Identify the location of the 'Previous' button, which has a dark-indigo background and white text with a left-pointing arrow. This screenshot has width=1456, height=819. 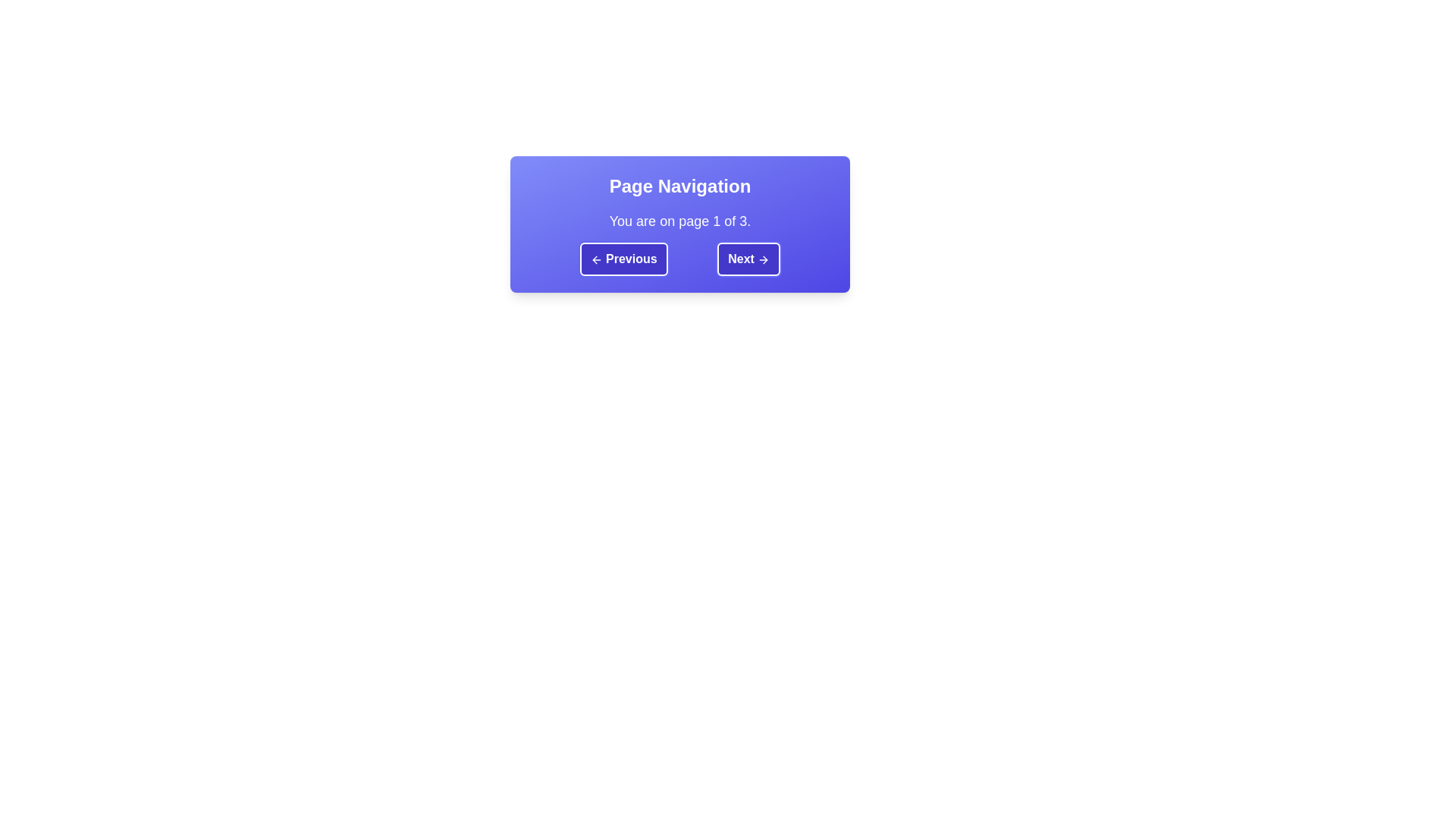
(623, 259).